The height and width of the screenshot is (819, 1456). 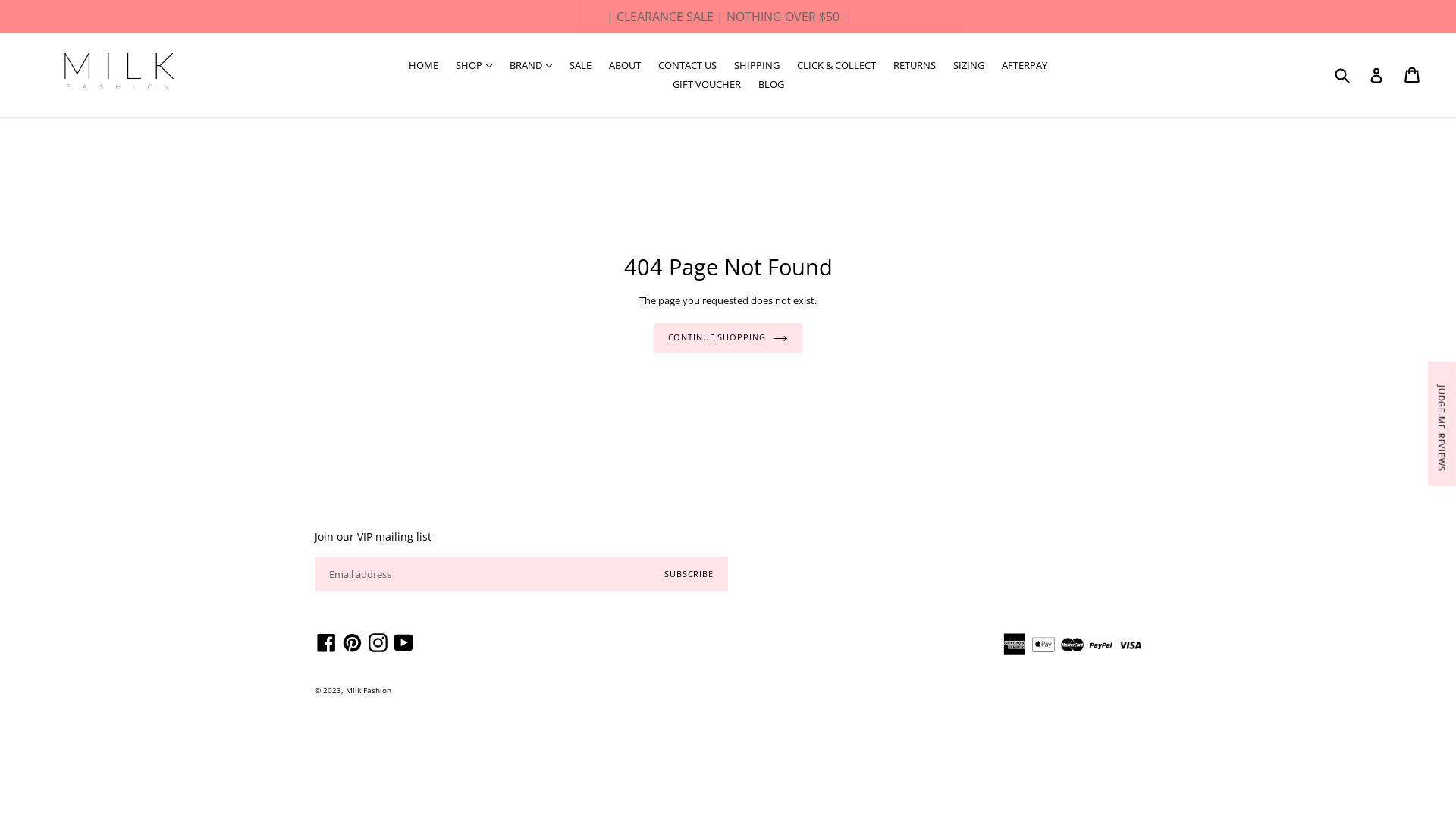 I want to click on 'SALE', so click(x=560, y=65).